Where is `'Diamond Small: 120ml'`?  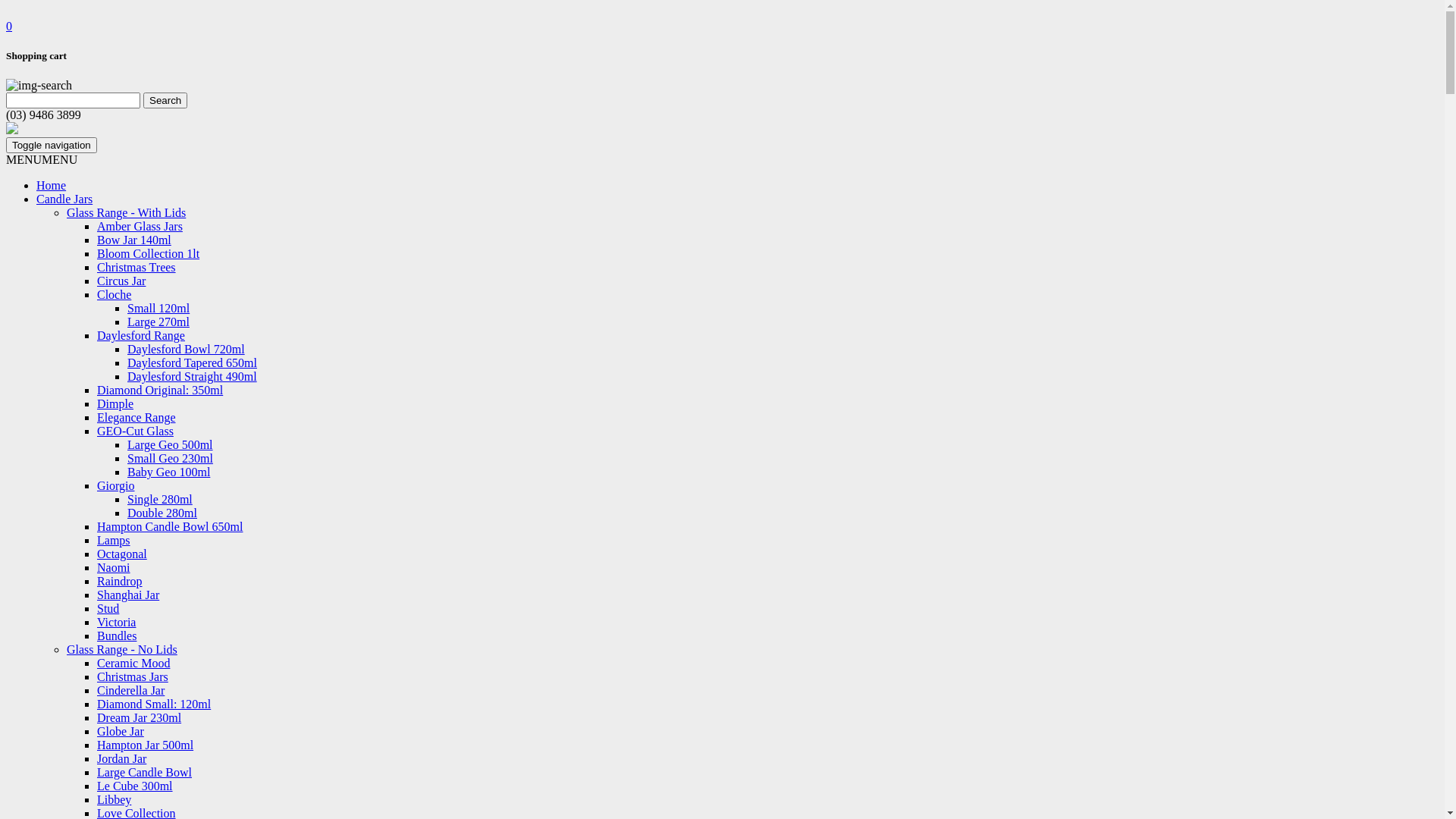
'Diamond Small: 120ml' is located at coordinates (96, 704).